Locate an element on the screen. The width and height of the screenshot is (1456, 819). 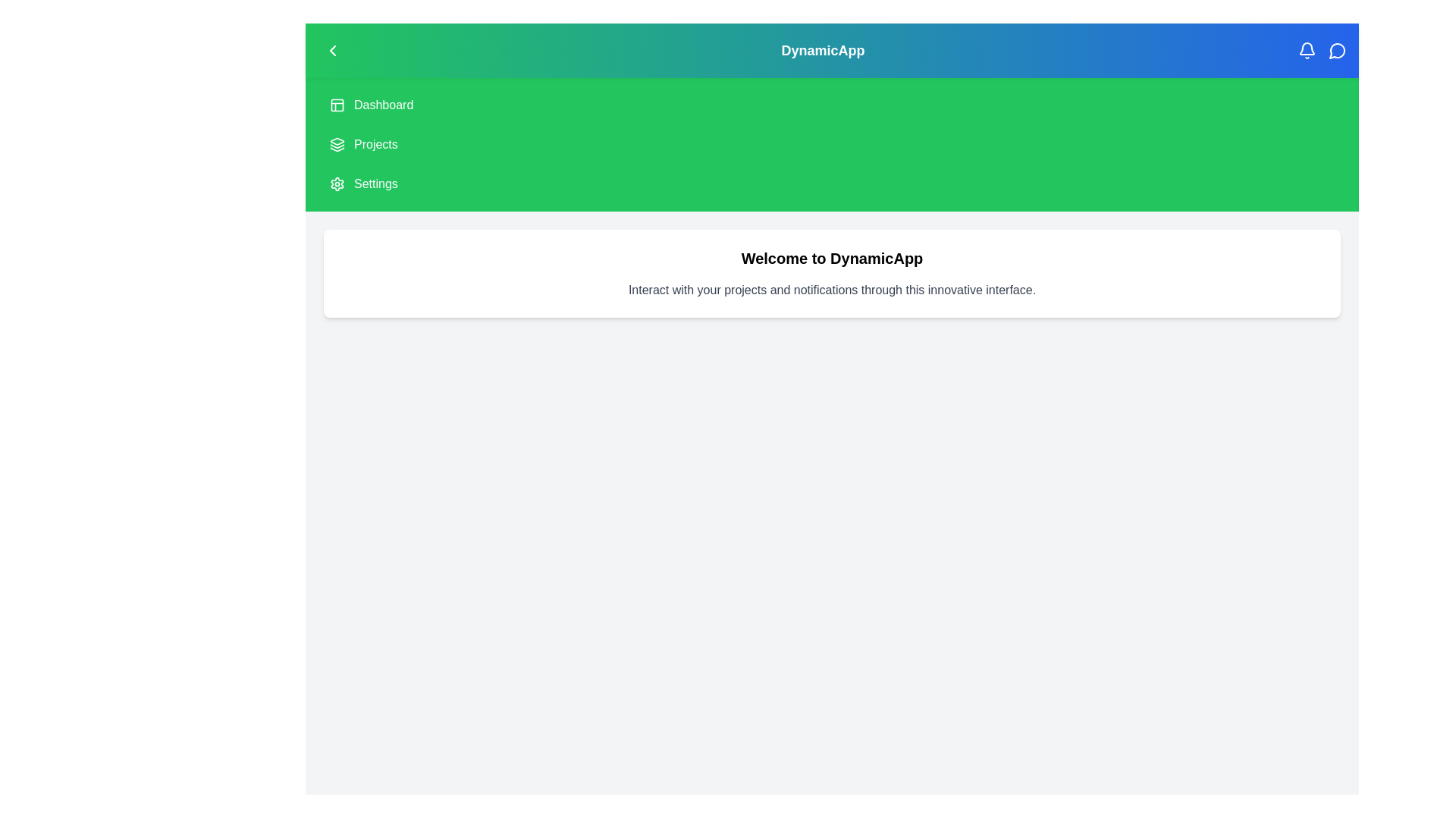
the message icon in the top-right corner of the DynamicAppBar is located at coordinates (1337, 49).